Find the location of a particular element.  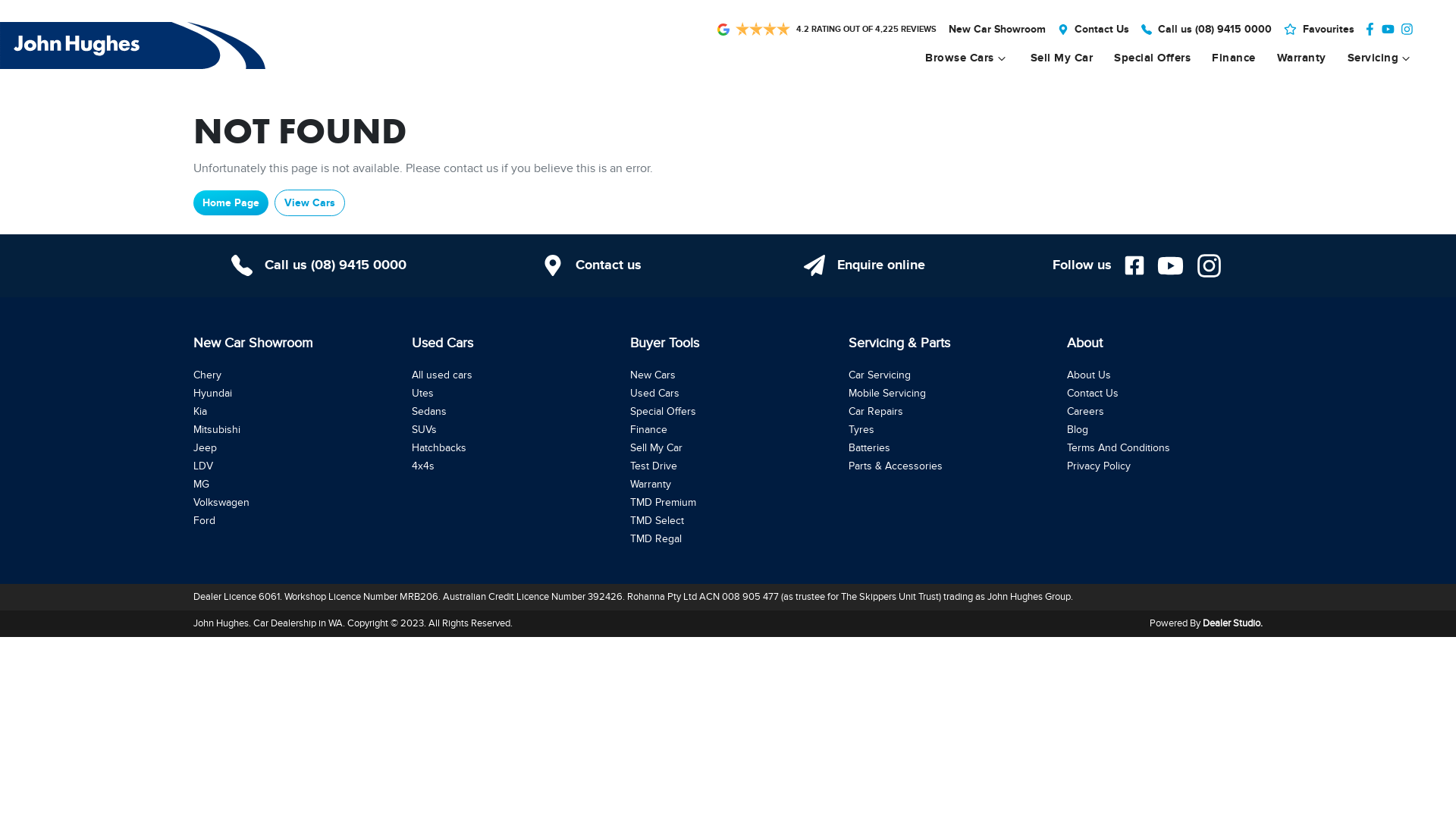

'Jeep' is located at coordinates (204, 447).